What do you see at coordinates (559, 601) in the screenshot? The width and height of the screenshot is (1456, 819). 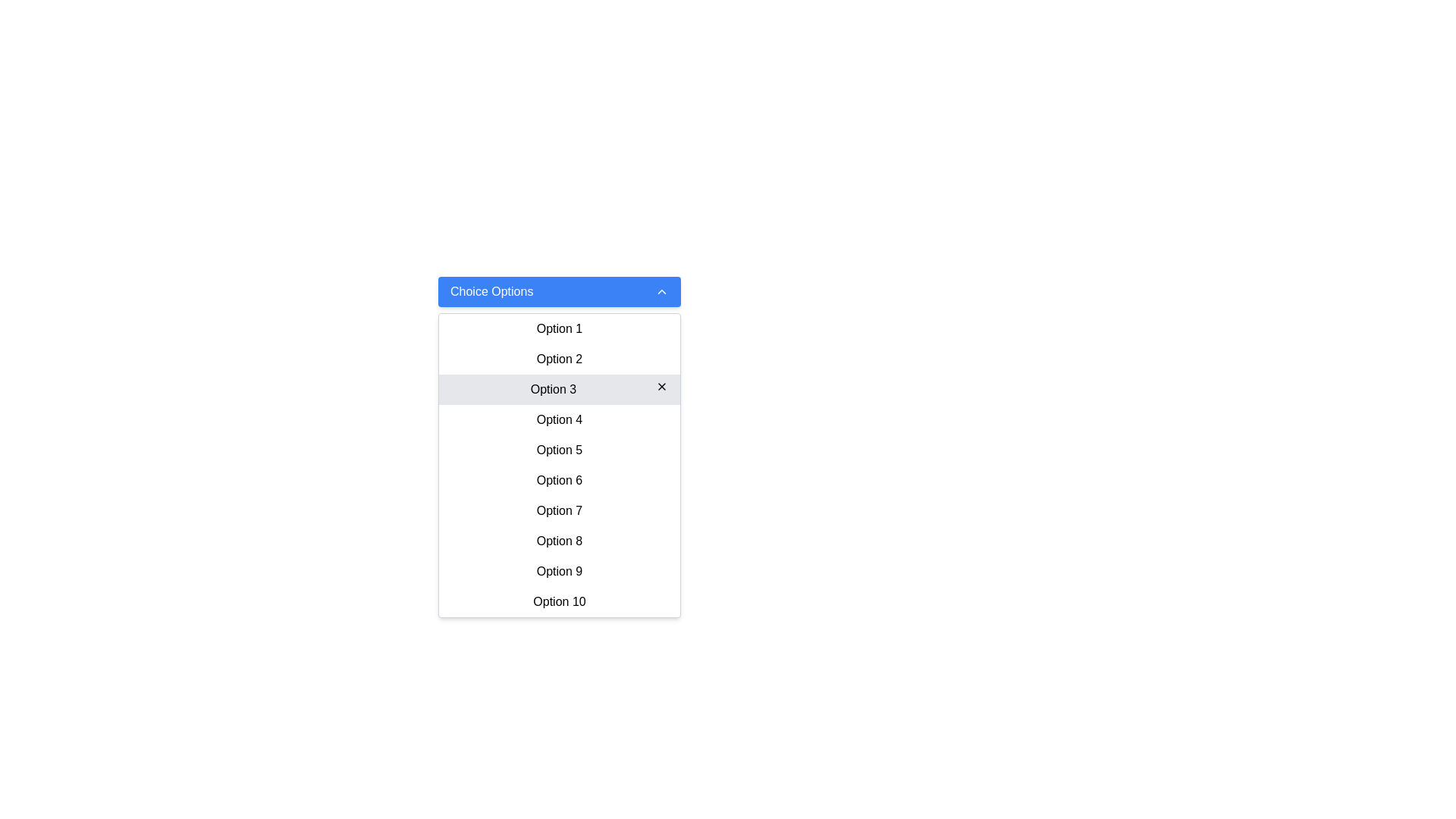 I see `to select the text item displaying 'Option 10' in the dropdown list named 'Choice Options'. This item is the last option in the list` at bounding box center [559, 601].